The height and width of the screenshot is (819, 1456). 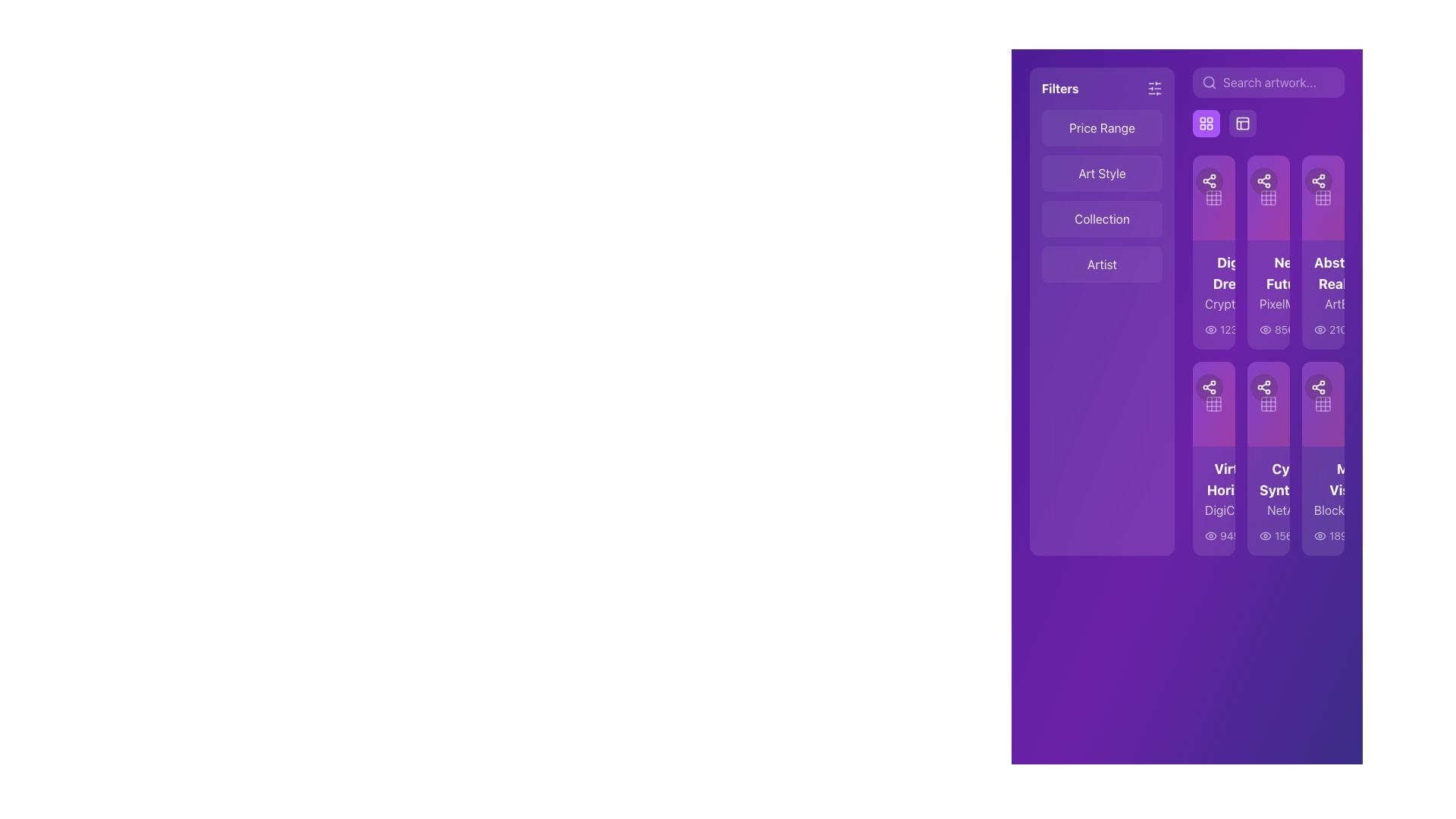 What do you see at coordinates (1059, 88) in the screenshot?
I see `the bold white text label reading 'Filters' located in the top-left corner of the toolbar` at bounding box center [1059, 88].